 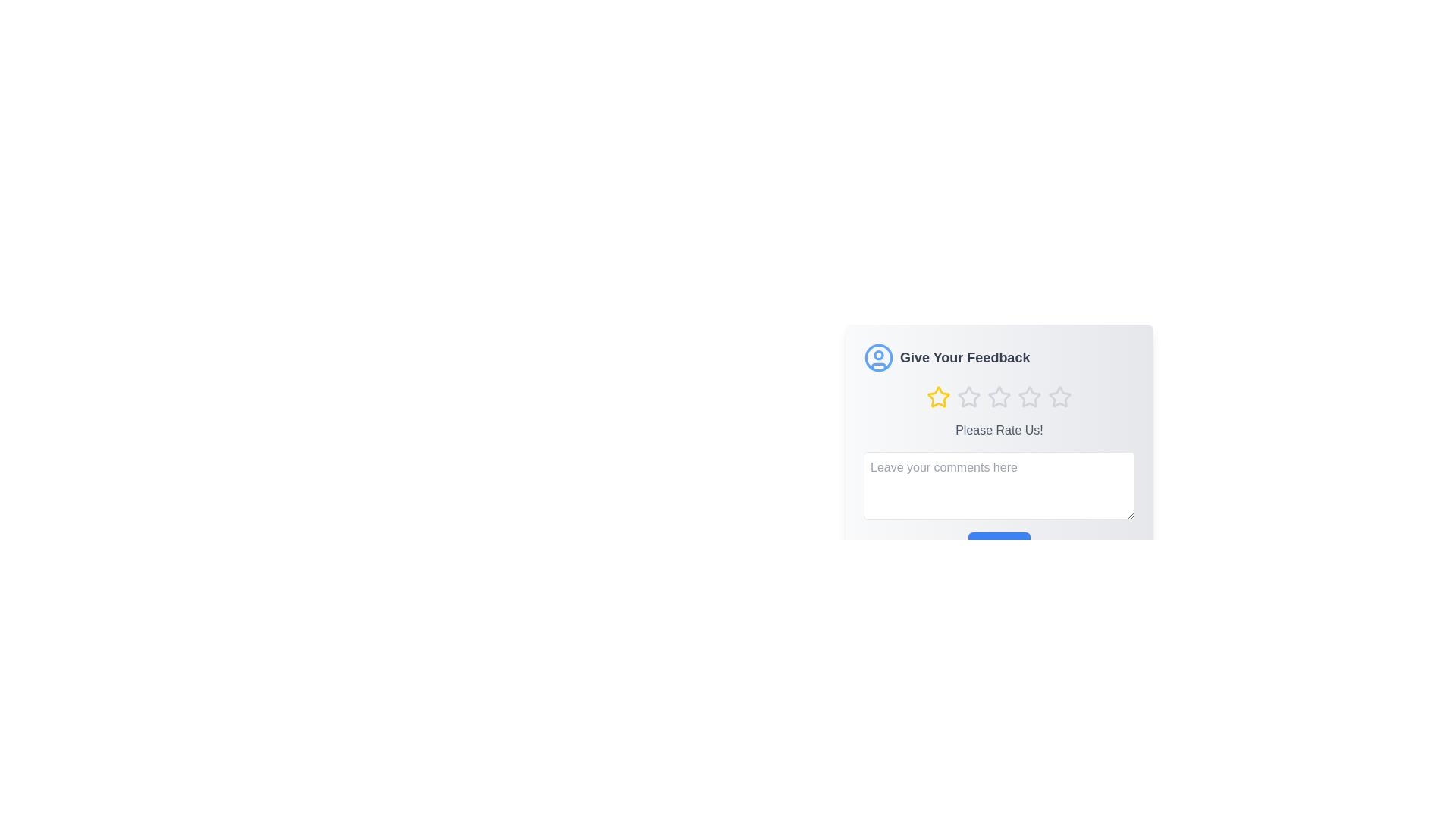 What do you see at coordinates (938, 396) in the screenshot?
I see `the first interactive star icon in the rating system, outlined in yellow, located near the title 'Please Rate Us!'` at bounding box center [938, 396].